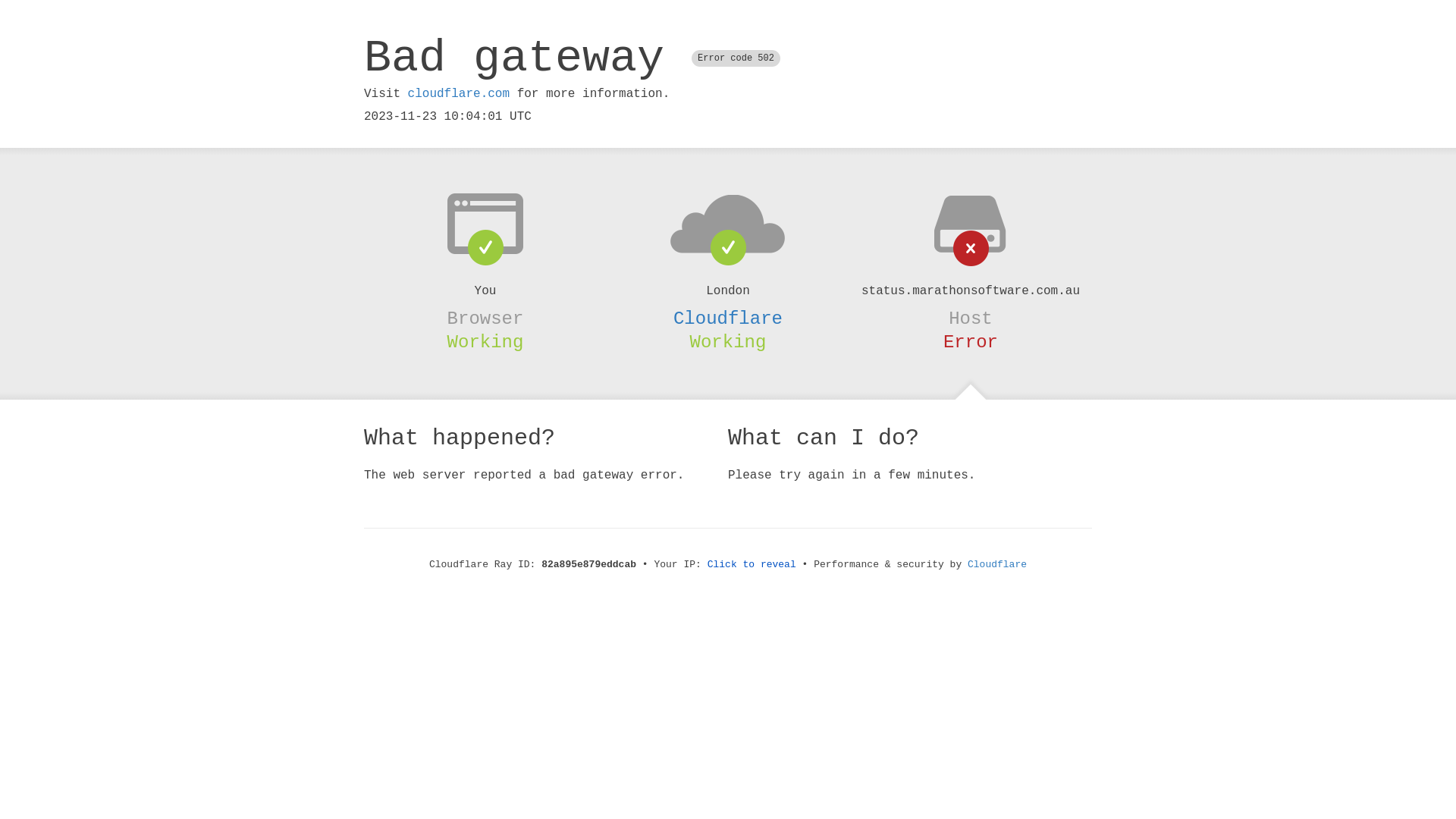 Image resolution: width=1456 pixels, height=819 pixels. I want to click on 'Click to reveal', so click(752, 564).